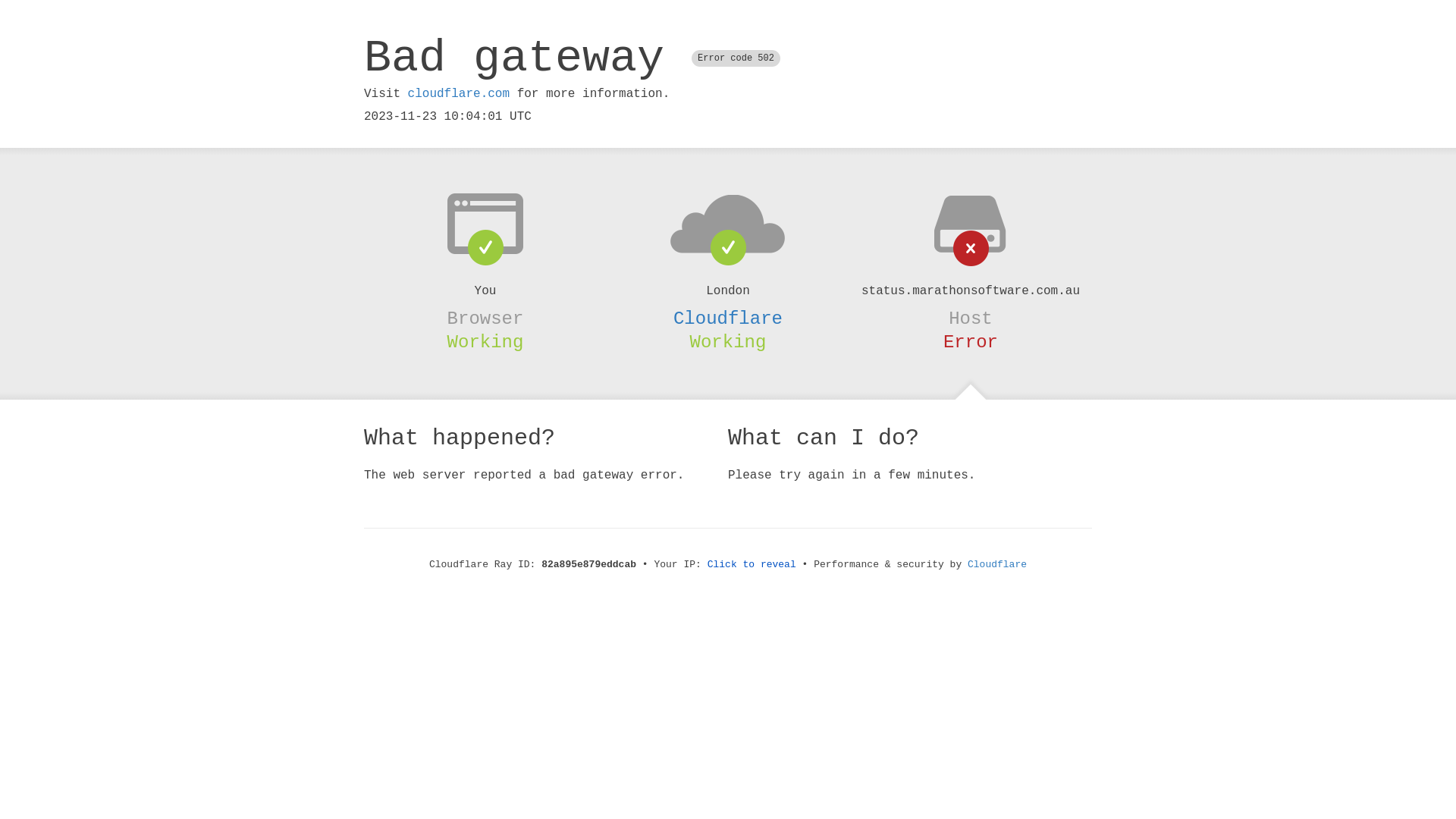 Image resolution: width=1456 pixels, height=819 pixels. I want to click on 'Click to reveal', so click(752, 564).